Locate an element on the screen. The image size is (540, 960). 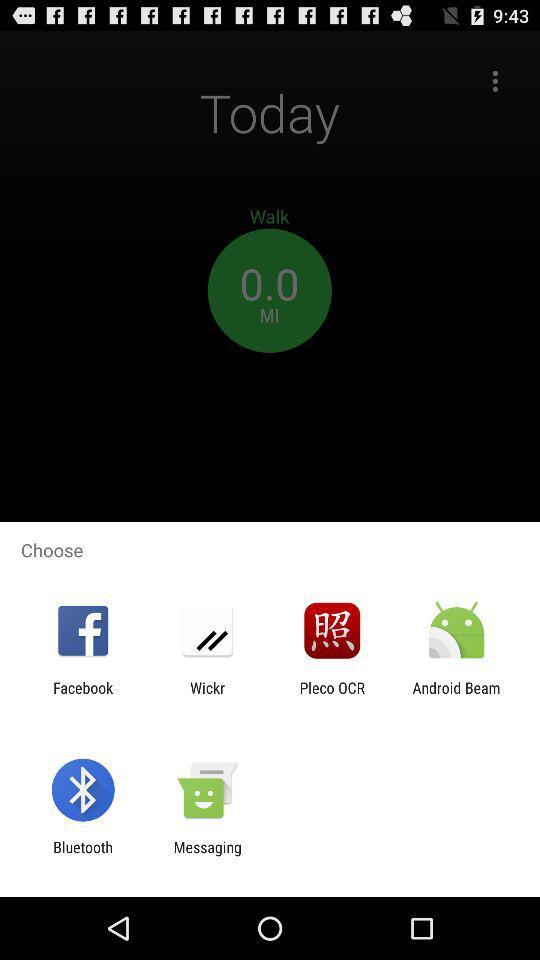
messaging is located at coordinates (206, 855).